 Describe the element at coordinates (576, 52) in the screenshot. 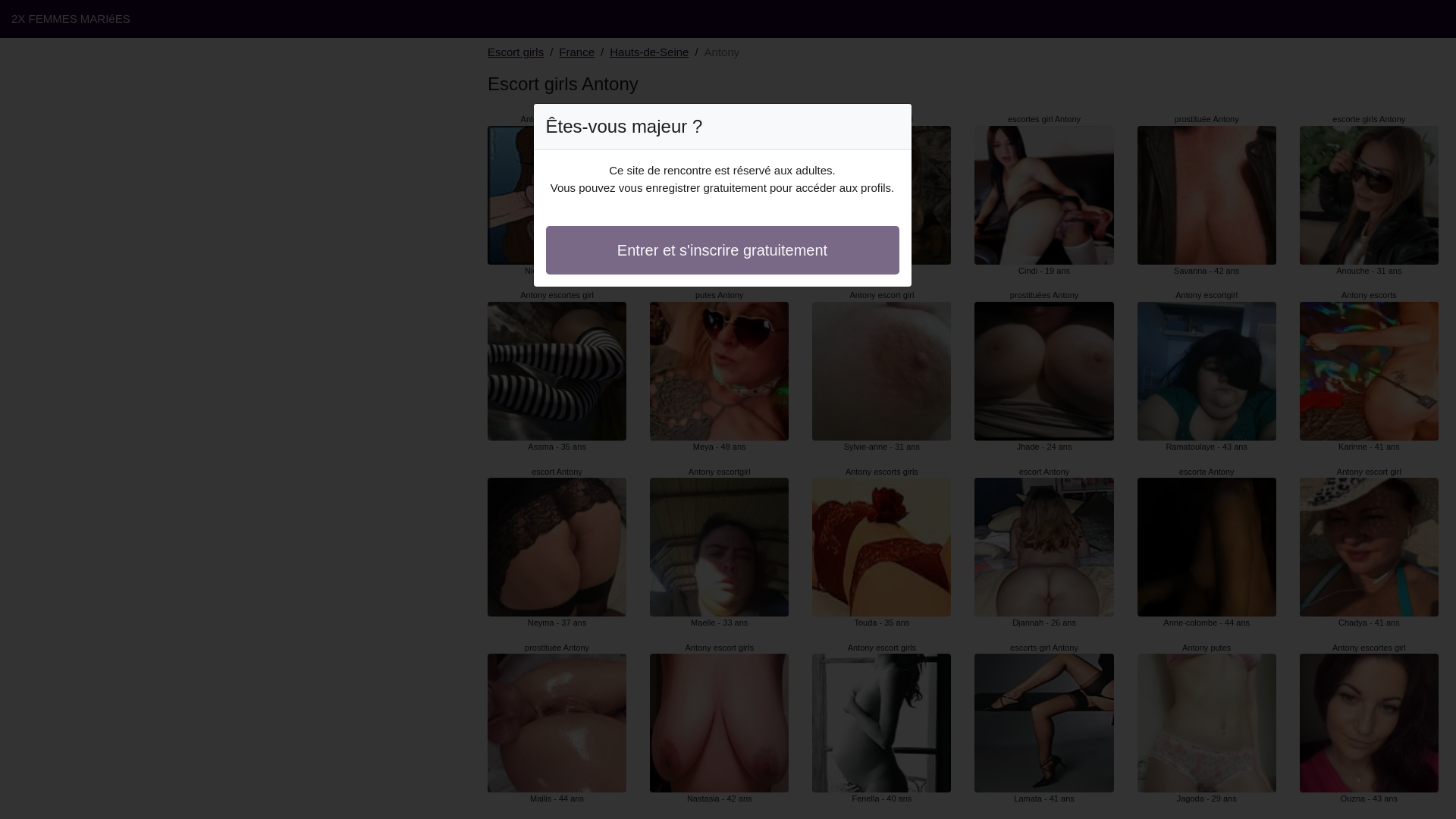

I see `'France'` at that location.